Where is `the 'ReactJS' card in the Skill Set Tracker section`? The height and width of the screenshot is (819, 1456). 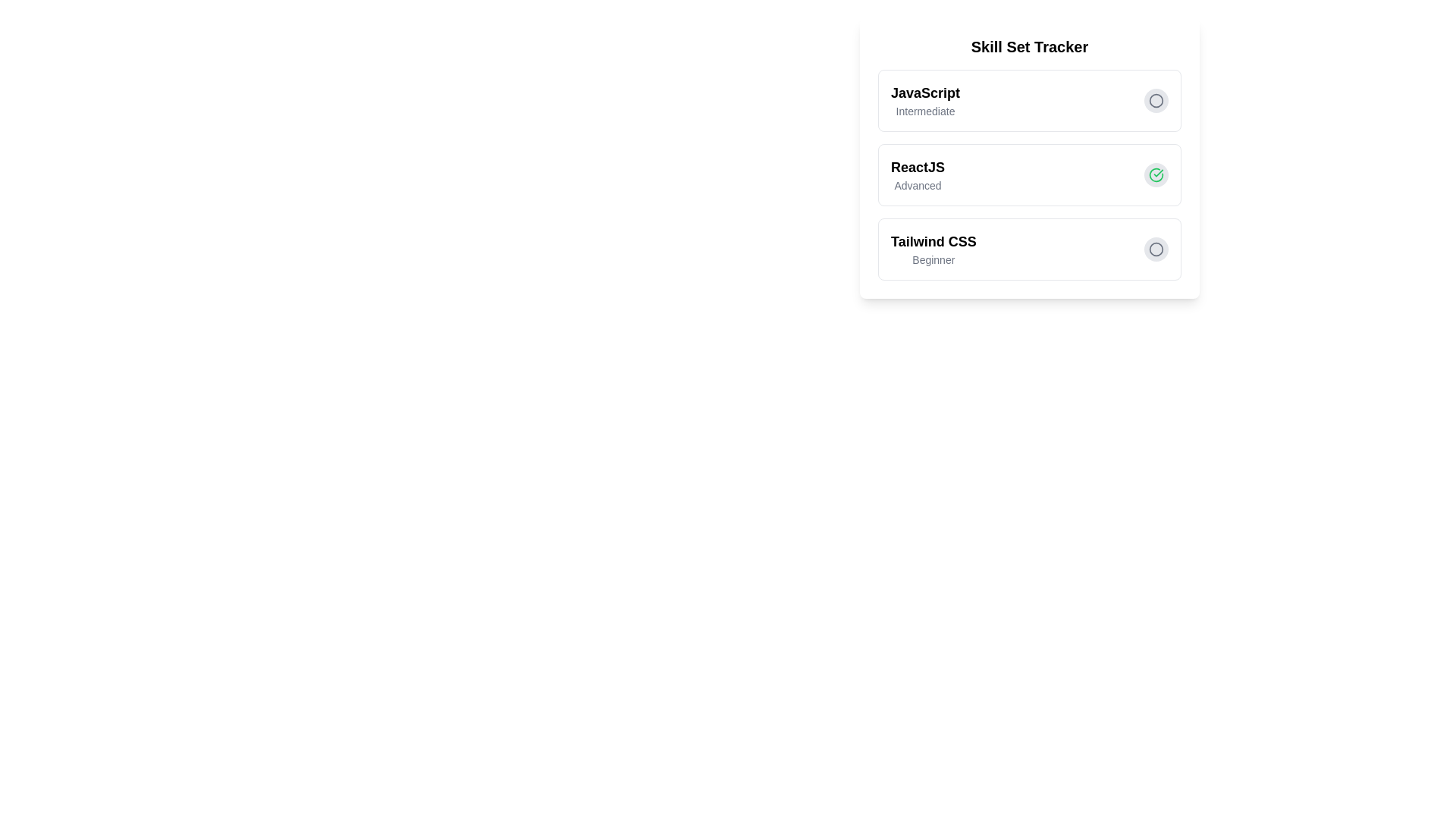
the 'ReactJS' card in the Skill Set Tracker section is located at coordinates (1030, 158).